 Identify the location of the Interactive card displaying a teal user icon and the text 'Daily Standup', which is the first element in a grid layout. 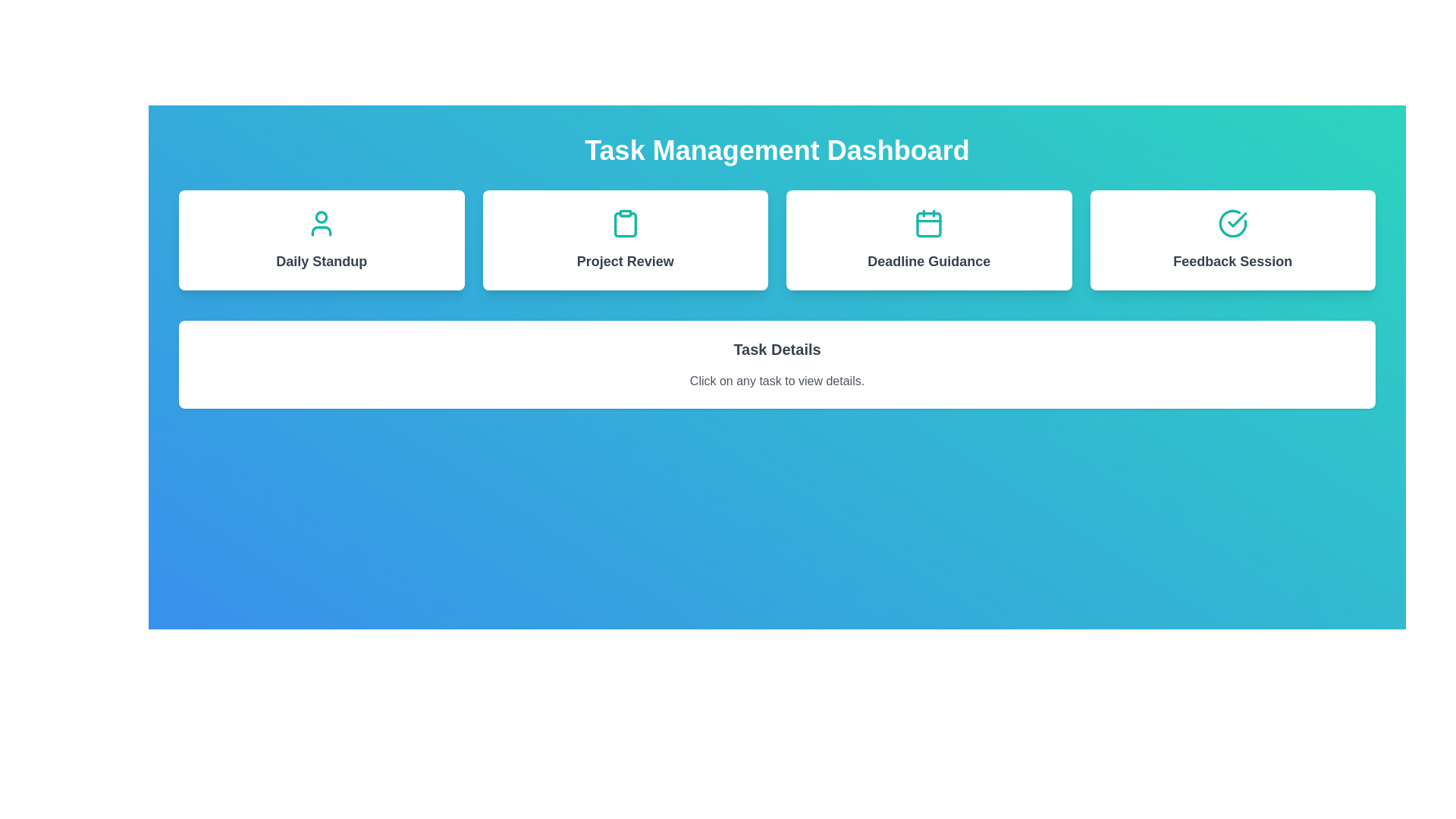
(321, 239).